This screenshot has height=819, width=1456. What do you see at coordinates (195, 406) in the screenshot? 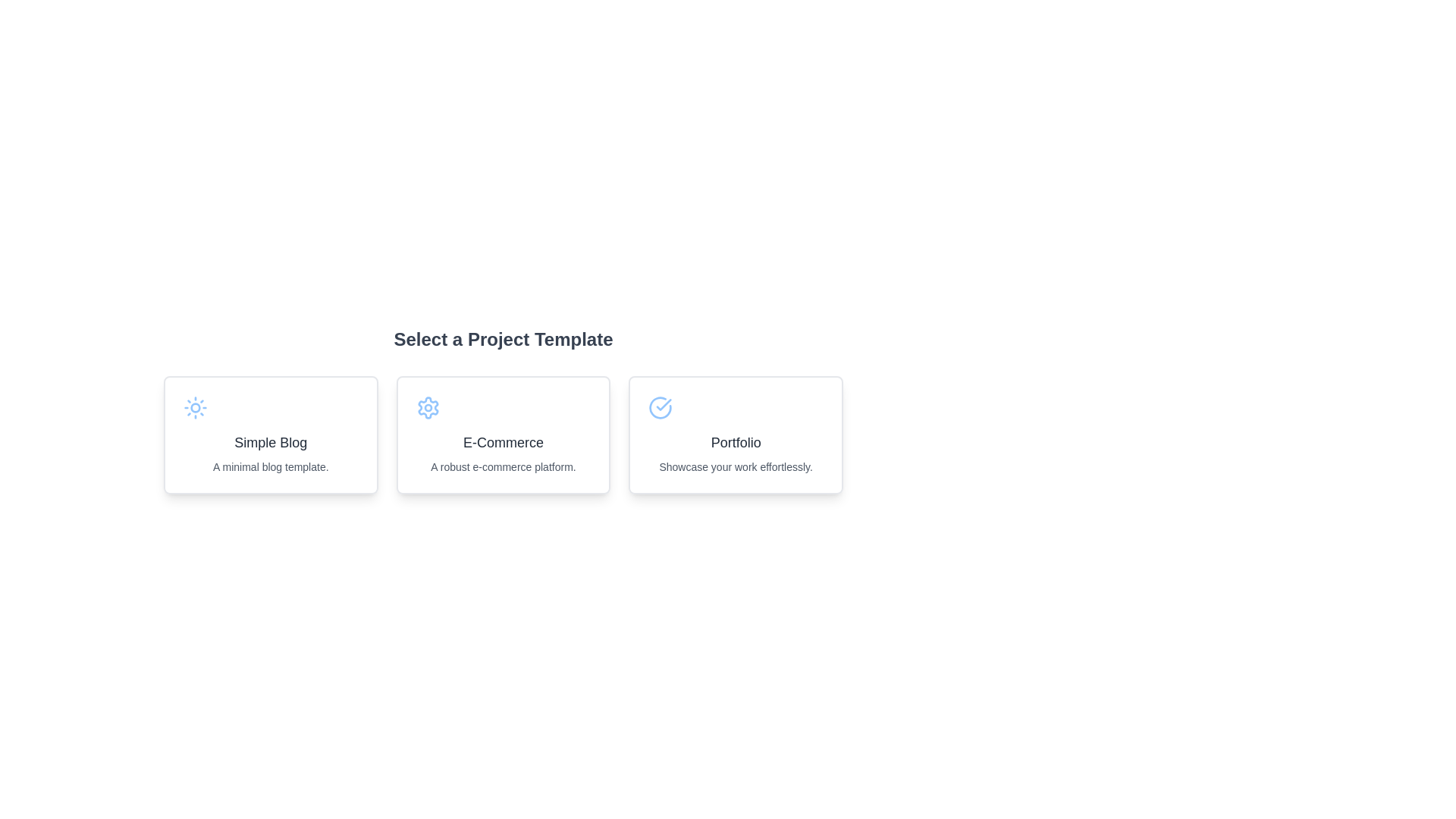
I see `the blue sun icon located at the top-center of the 'Simple Blog' card, which is visually prominent and positioned above the text 'Simple Blog' and 'A minimal blog template'` at bounding box center [195, 406].